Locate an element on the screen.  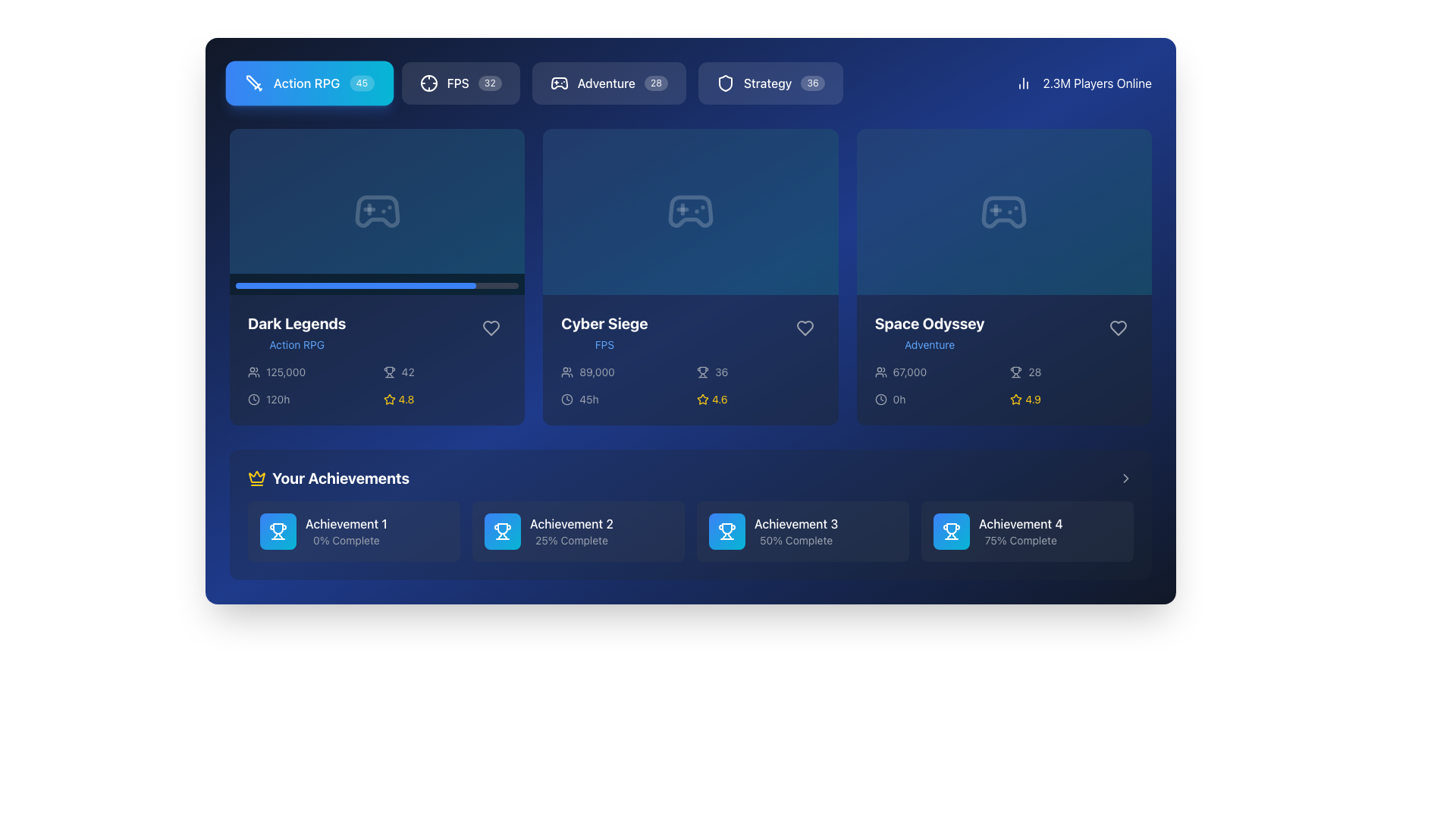
displayed text of the Informational display component labeled 'Achievement 4' with '75% Complete' in the 'Your Achievements' section is located at coordinates (1021, 531).